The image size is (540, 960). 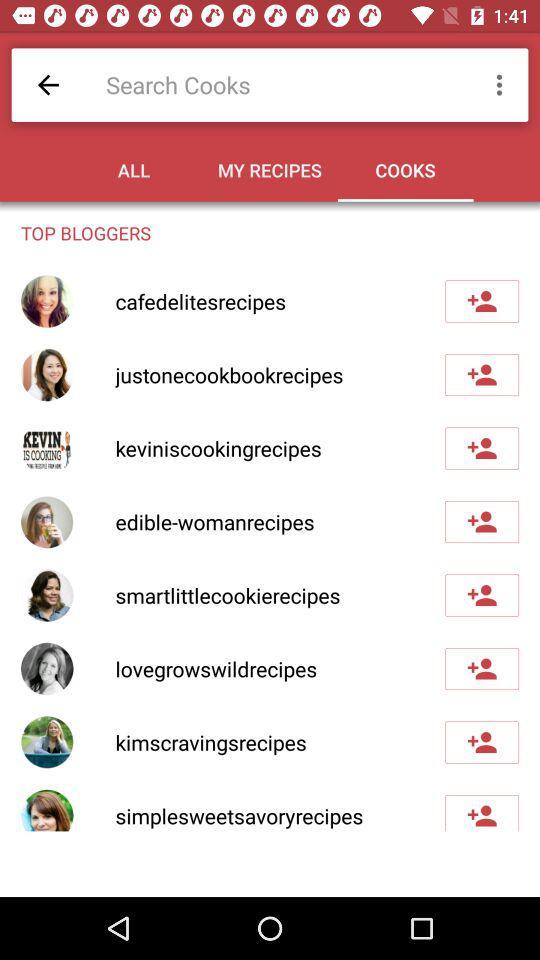 What do you see at coordinates (501, 85) in the screenshot?
I see `icon above the top bloggers item` at bounding box center [501, 85].